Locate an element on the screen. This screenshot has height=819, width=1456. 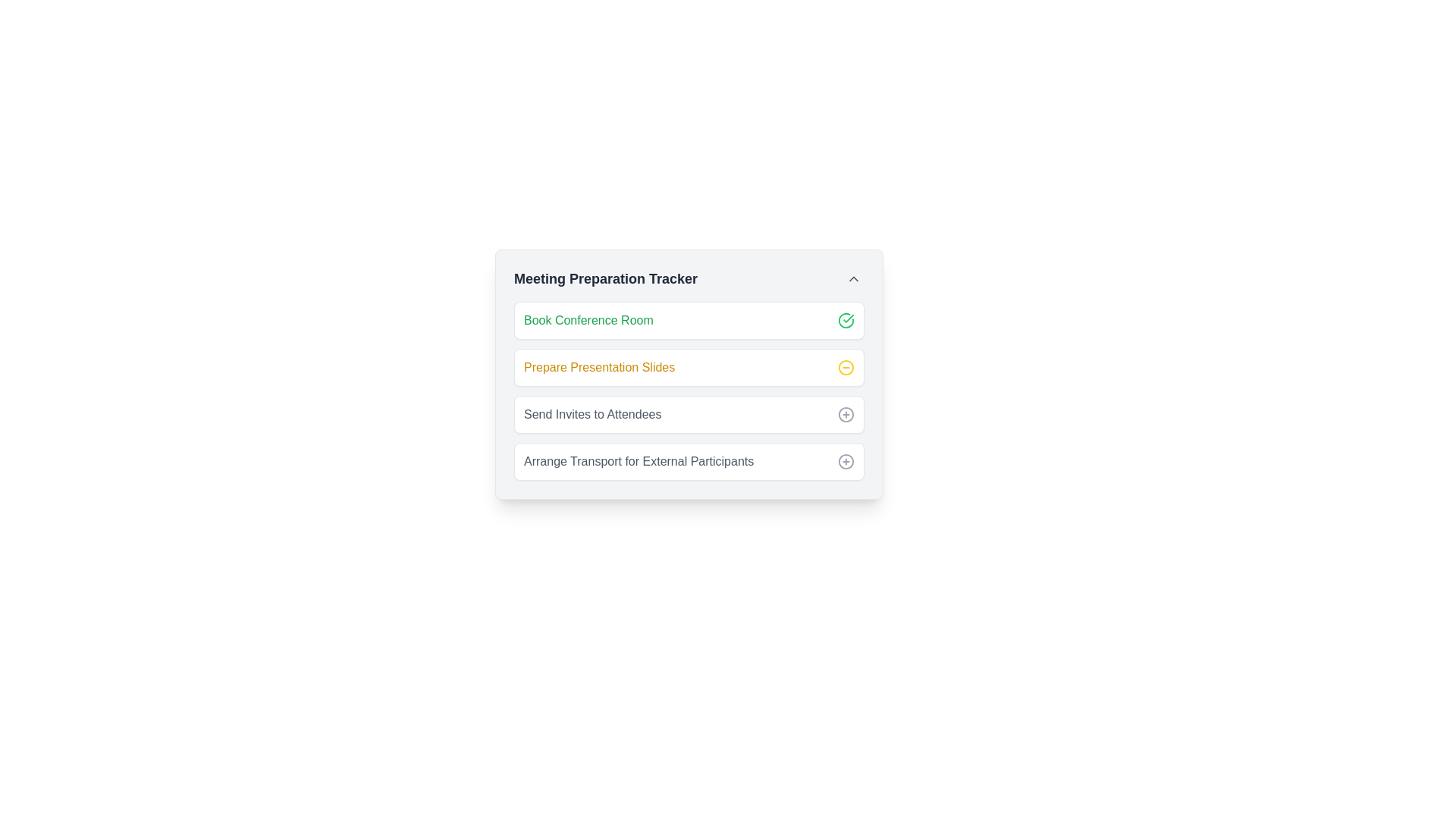
the upward-pointing chevron icon in dark gray located at the top-right corner of the 'Meeting Preparation Tracker' card header is located at coordinates (854, 278).